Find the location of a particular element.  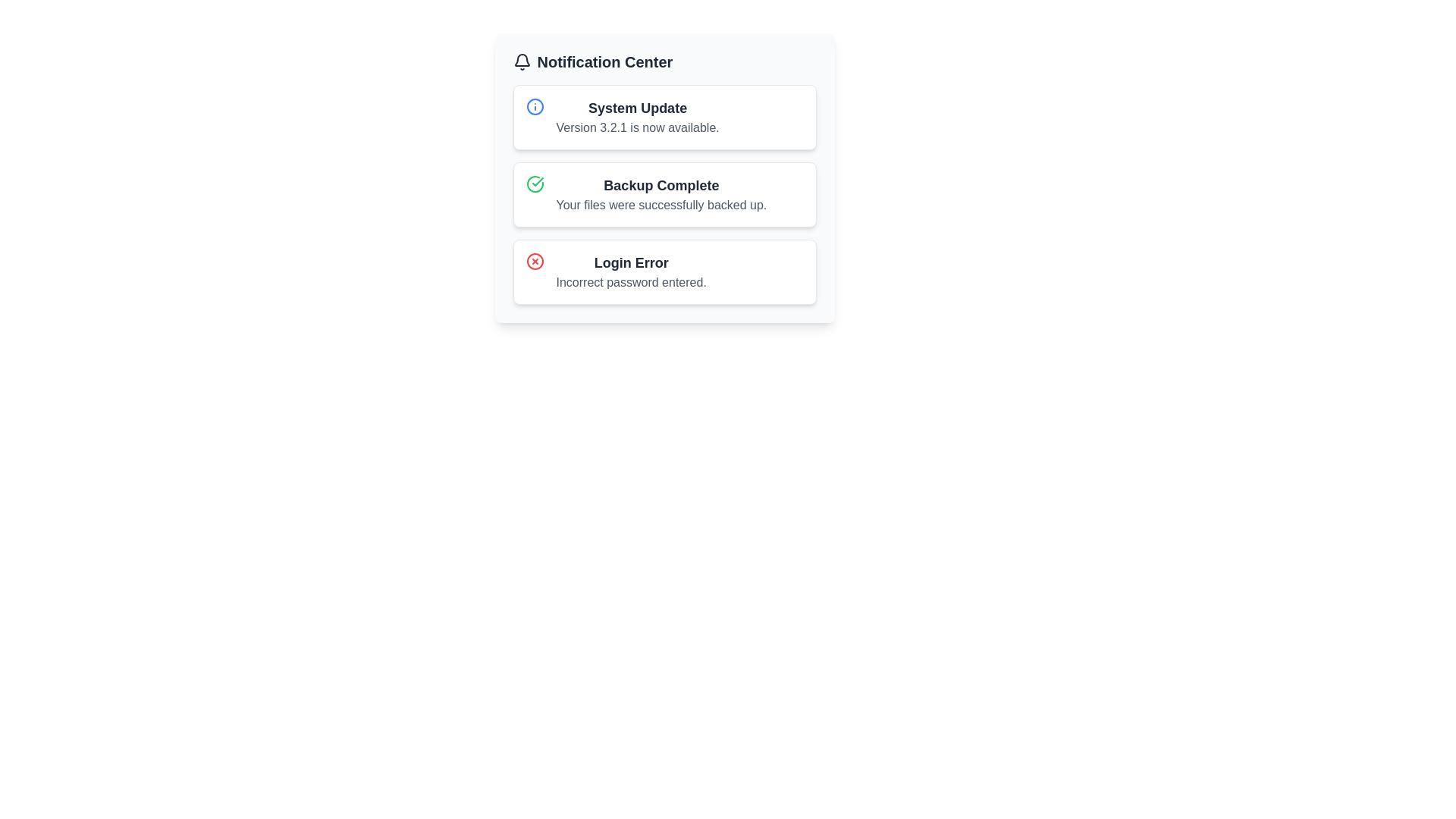

the 'System Update' notification icon, which is the first element in a vertical list of icons located directly to the left of the text 'System Update' is located at coordinates (535, 106).